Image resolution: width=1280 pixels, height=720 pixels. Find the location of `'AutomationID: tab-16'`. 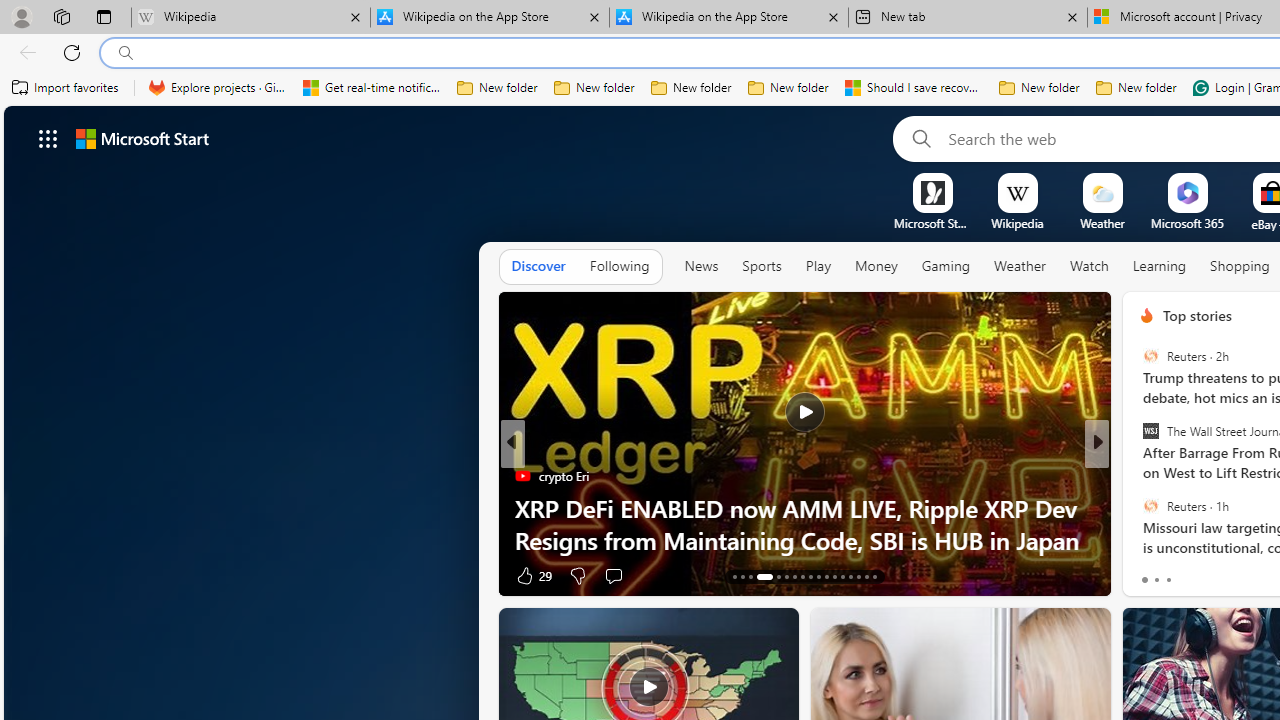

'AutomationID: tab-16' is located at coordinates (757, 577).